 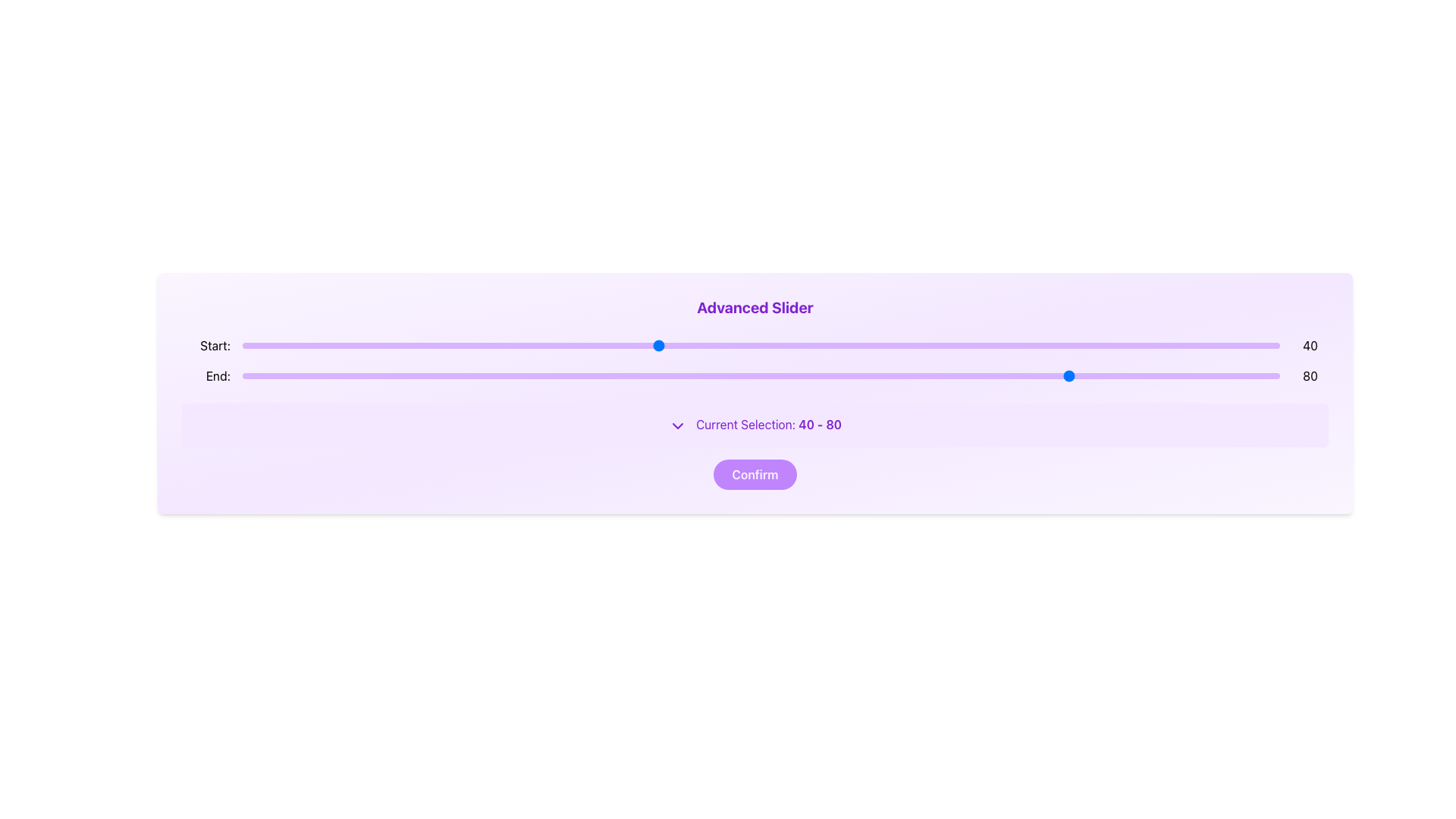 I want to click on the start slider, so click(x=616, y=345).